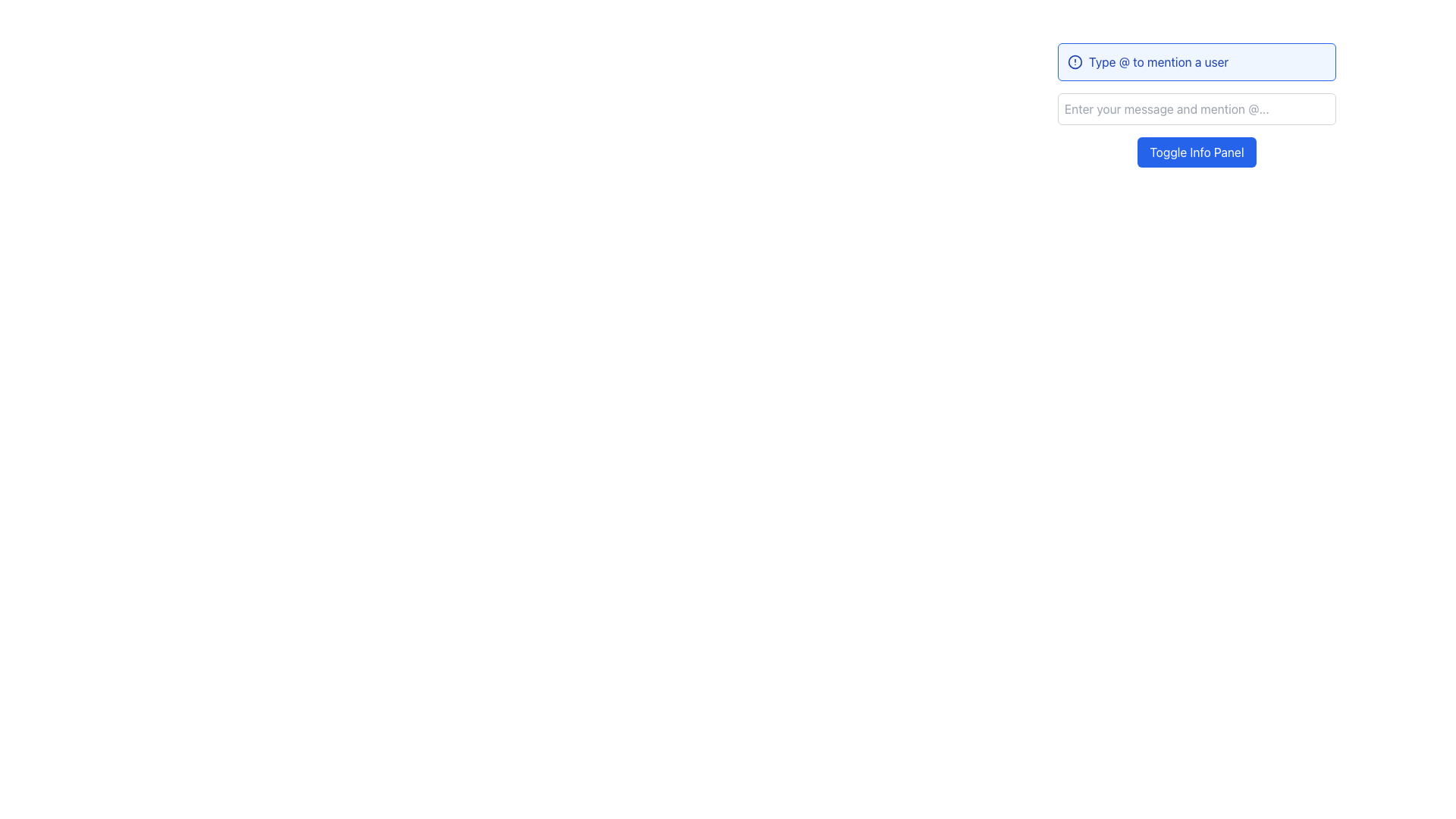 This screenshot has height=819, width=1456. What do you see at coordinates (1196, 152) in the screenshot?
I see `the rectangular blue button labeled 'Toggle Info Panel' located at the bottom-right corner of the interface` at bounding box center [1196, 152].